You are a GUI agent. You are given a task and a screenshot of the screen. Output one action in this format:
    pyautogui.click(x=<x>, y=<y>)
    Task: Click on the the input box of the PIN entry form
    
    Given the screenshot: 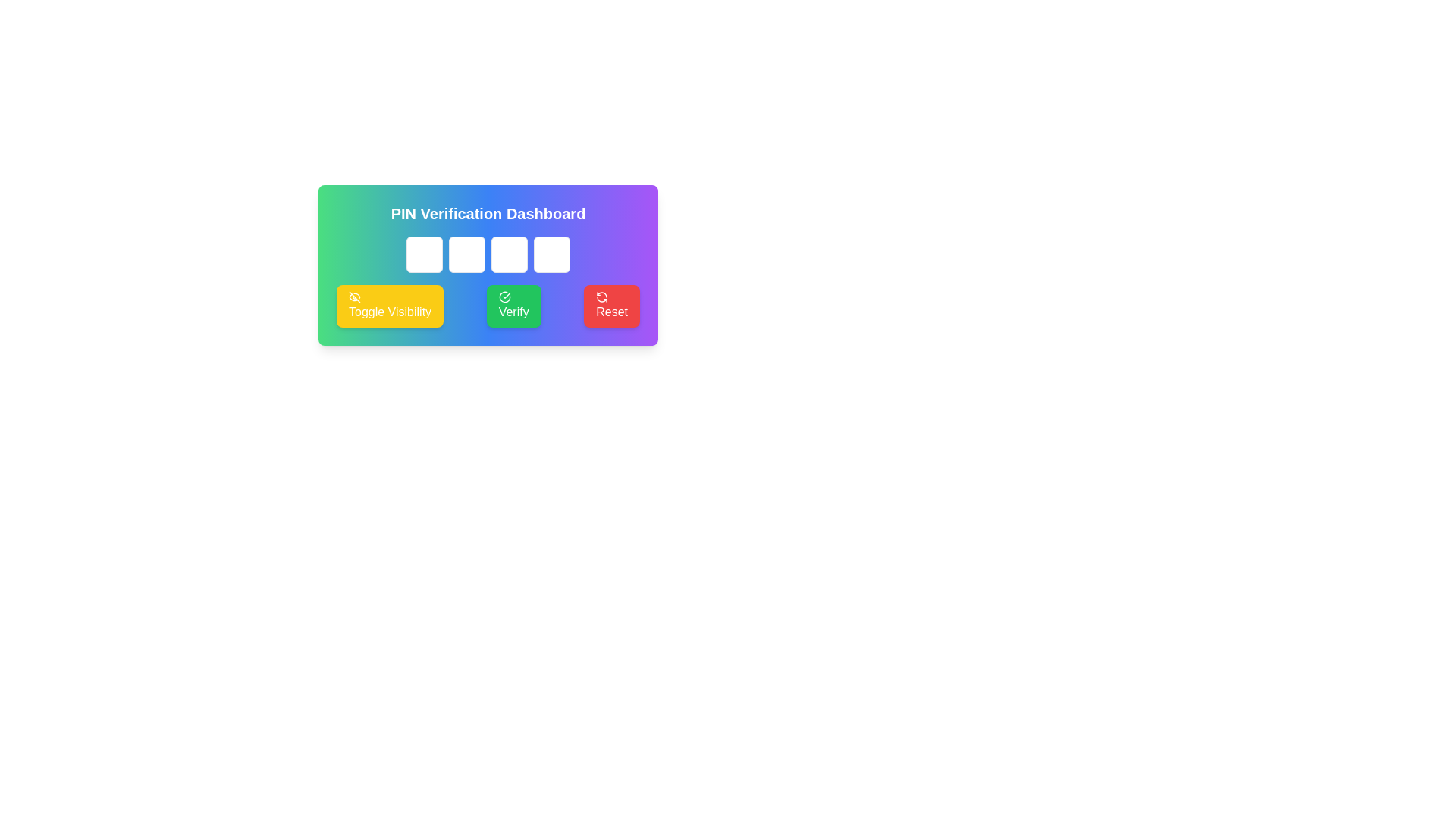 What is the action you would take?
    pyautogui.click(x=488, y=265)
    